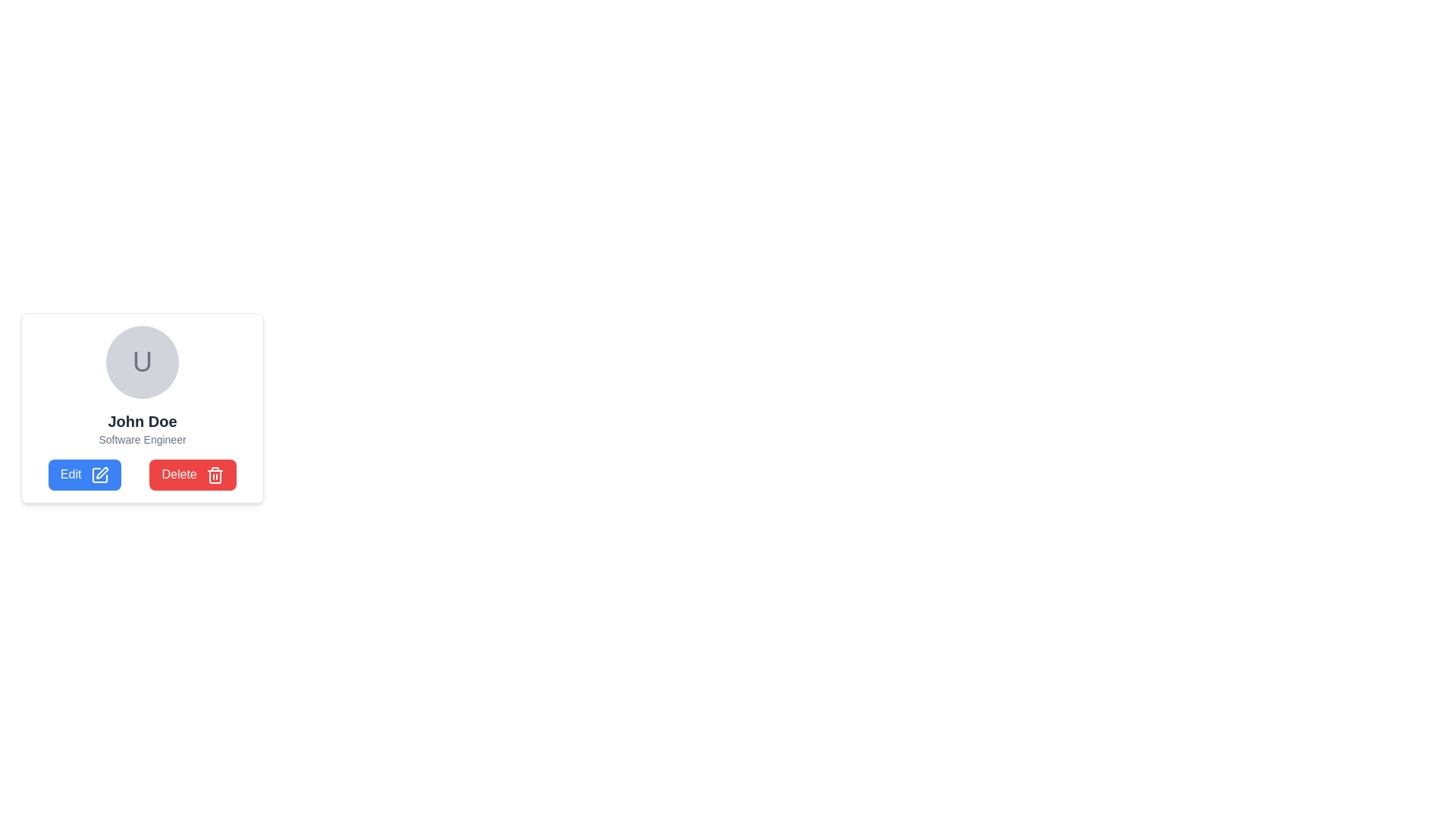 Image resolution: width=1456 pixels, height=819 pixels. Describe the element at coordinates (142, 362) in the screenshot. I see `the capital letter 'U' styled in gray, which is located at the center of a circular component with a light gray background, positioned above the text labels 'John Doe' and 'Software Engineer'` at that location.